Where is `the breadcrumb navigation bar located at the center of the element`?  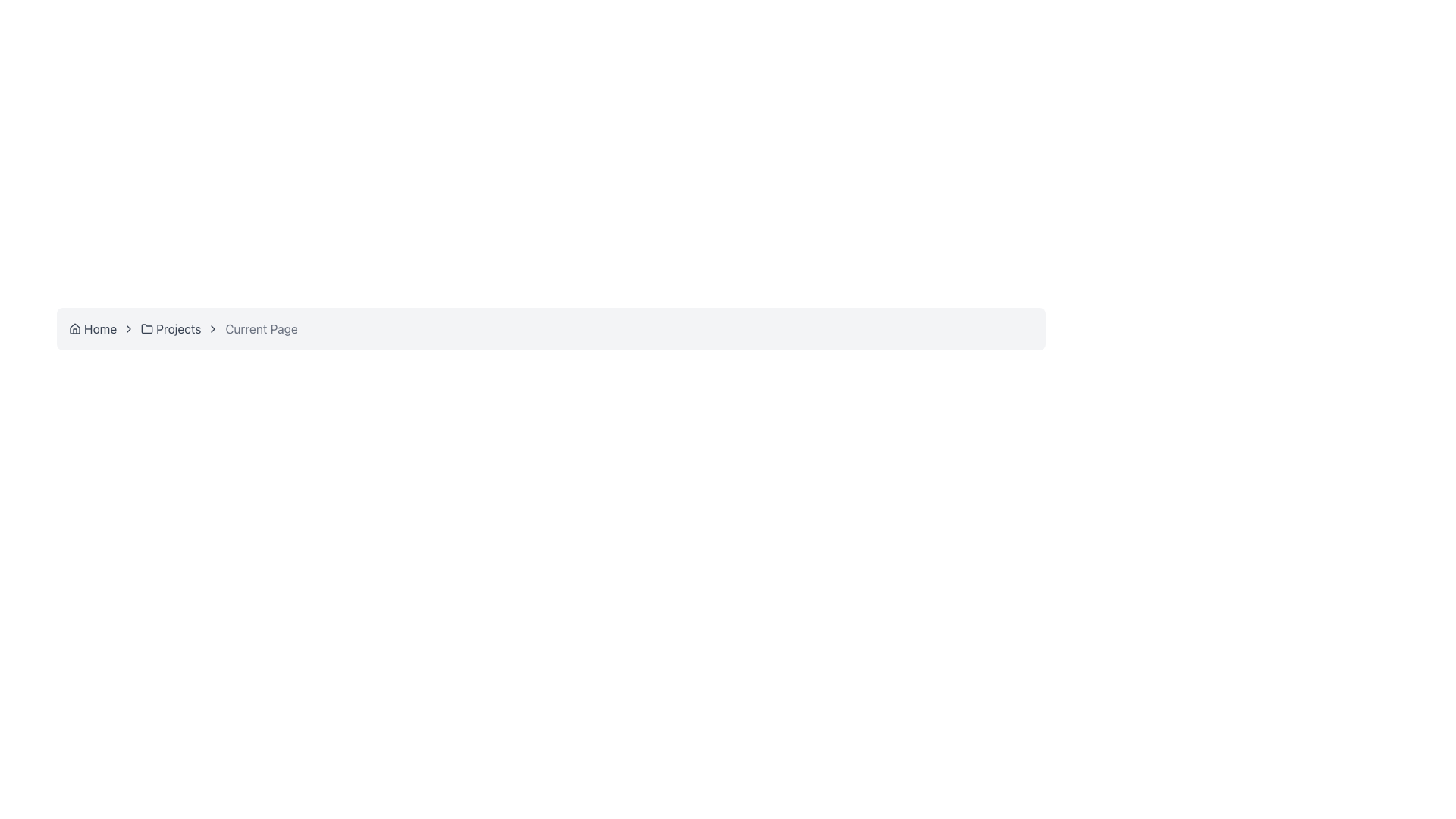
the breadcrumb navigation bar located at the center of the element is located at coordinates (550, 328).